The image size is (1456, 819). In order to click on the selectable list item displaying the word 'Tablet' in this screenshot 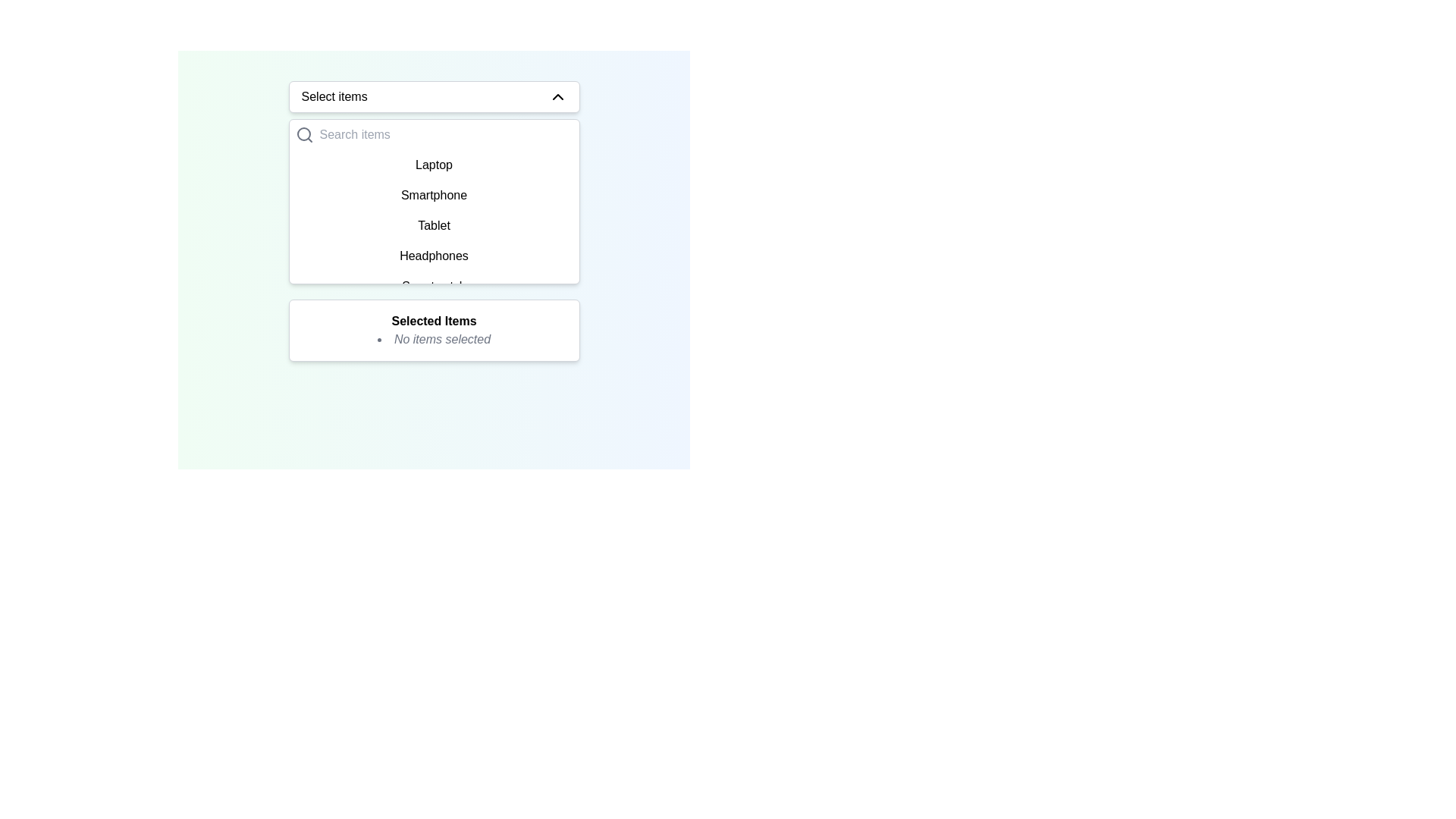, I will do `click(433, 225)`.